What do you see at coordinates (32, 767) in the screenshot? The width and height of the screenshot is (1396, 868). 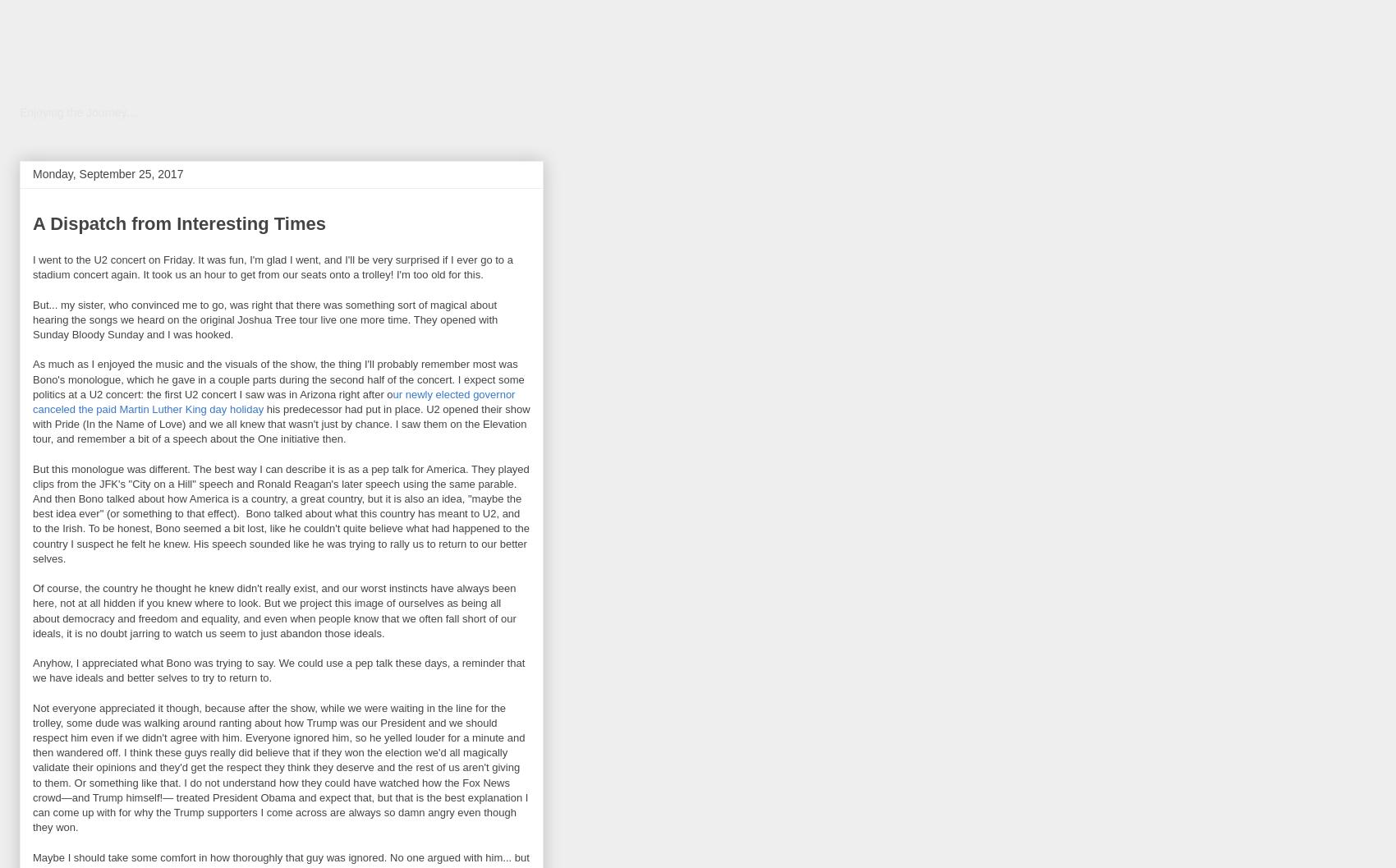 I see `'Not everyone appreciated it though, because after the show, while we were waiting in the line for the trolley, some dude was walking around ranting about how Trump was our President and we should respect him even if we didn't agree with him. Everyone ignored him, so he yelled louder for a minute and then wandered off. I think these guys really did believe that if they won the election we'd all magically validate their opinions and they'd get the respect they think they deserve and the rest of us aren't giving to them. Or something like that. I do not understand how they could have watched how the Fox News crowd—and Trump himself!— treated President Obama and expect that, but that is the best explanation I can come up with for why the Trump supporters I come across are always so damn angry even though they won.'` at bounding box center [32, 767].